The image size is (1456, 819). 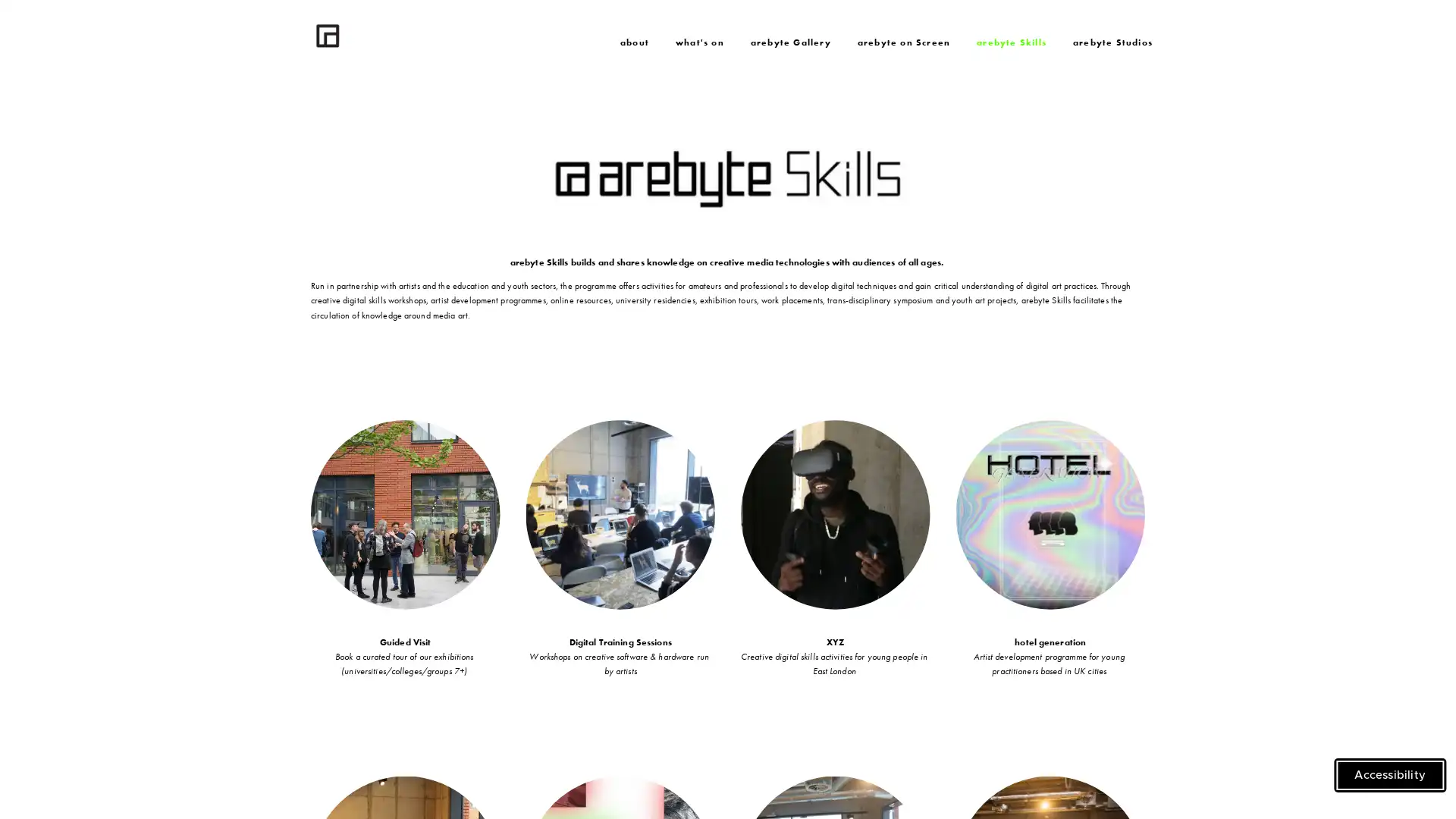 What do you see at coordinates (1390, 775) in the screenshot?
I see `Accessibility Menu` at bounding box center [1390, 775].